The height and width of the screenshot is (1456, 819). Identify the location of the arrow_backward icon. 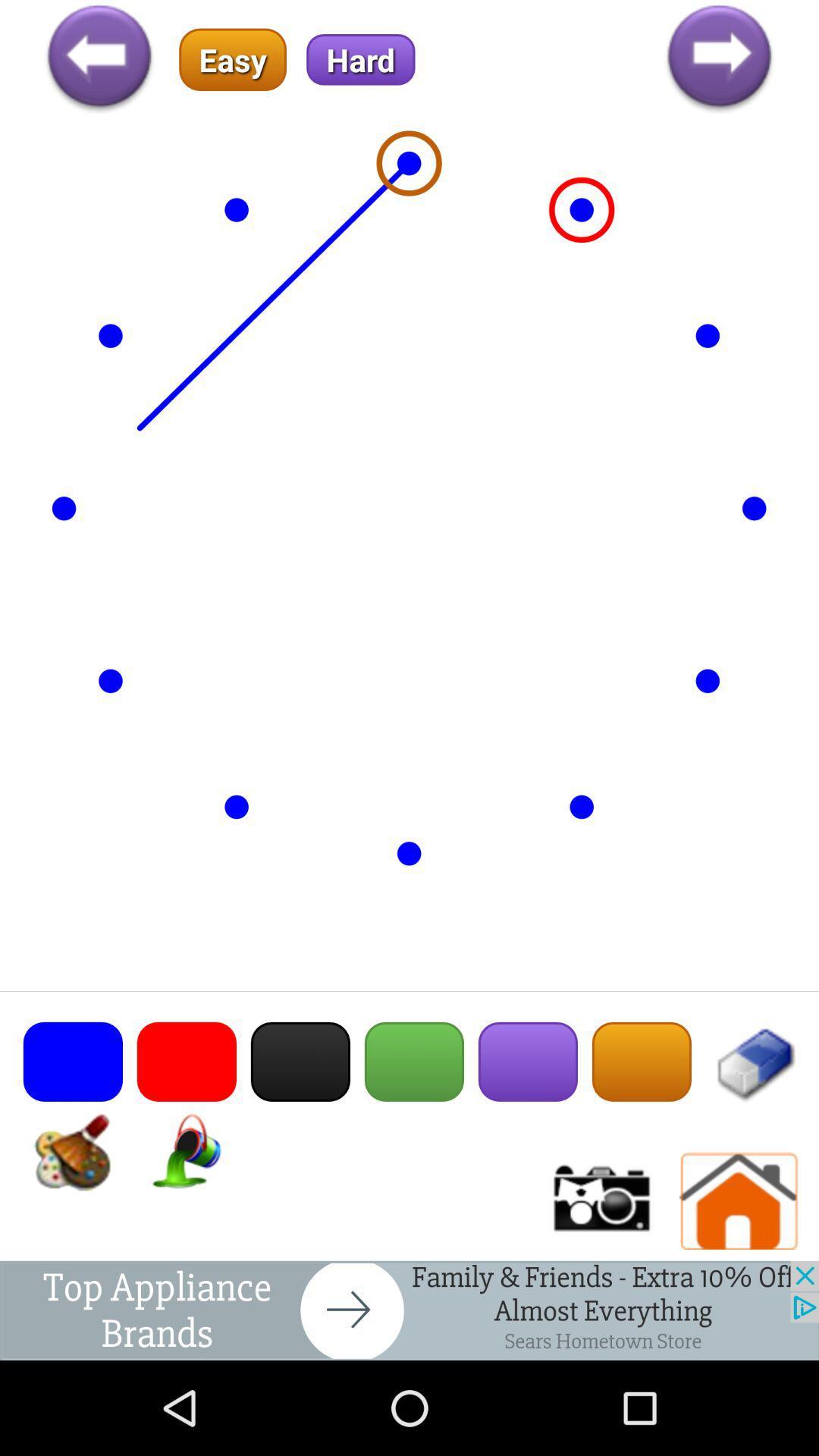
(99, 63).